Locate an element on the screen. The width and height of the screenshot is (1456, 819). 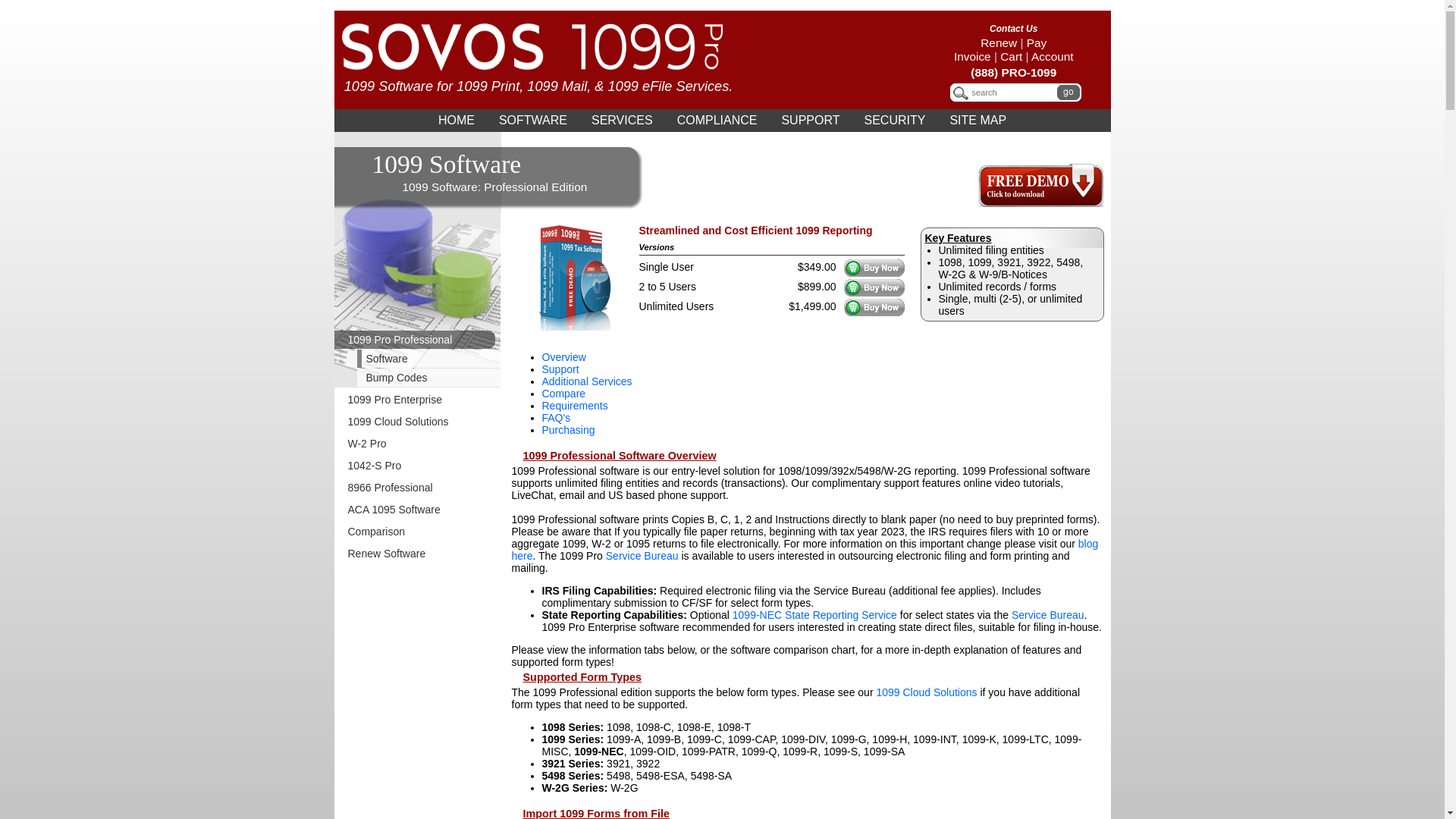
'Compare' is located at coordinates (563, 393).